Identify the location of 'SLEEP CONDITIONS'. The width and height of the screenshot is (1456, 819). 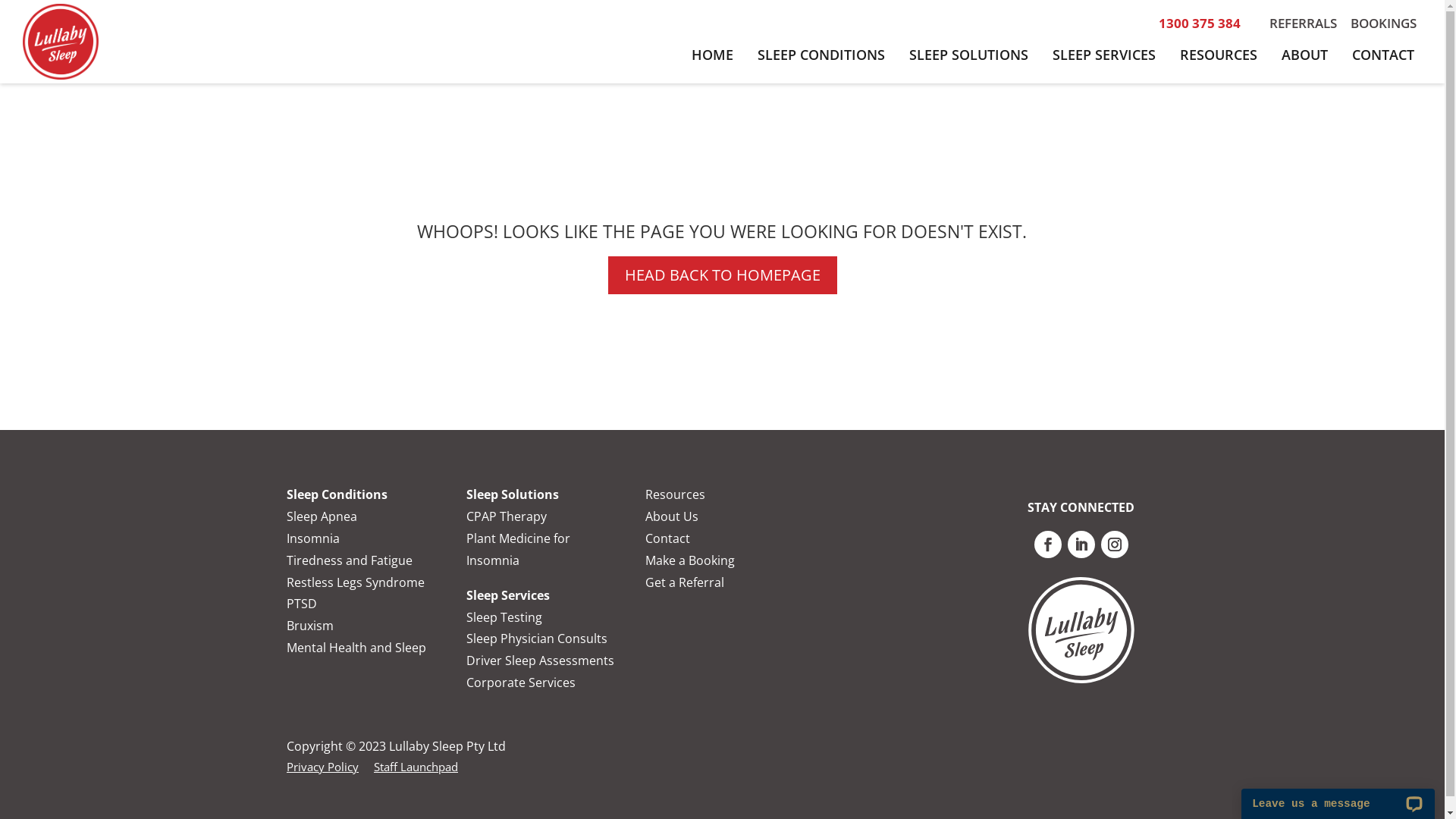
(745, 54).